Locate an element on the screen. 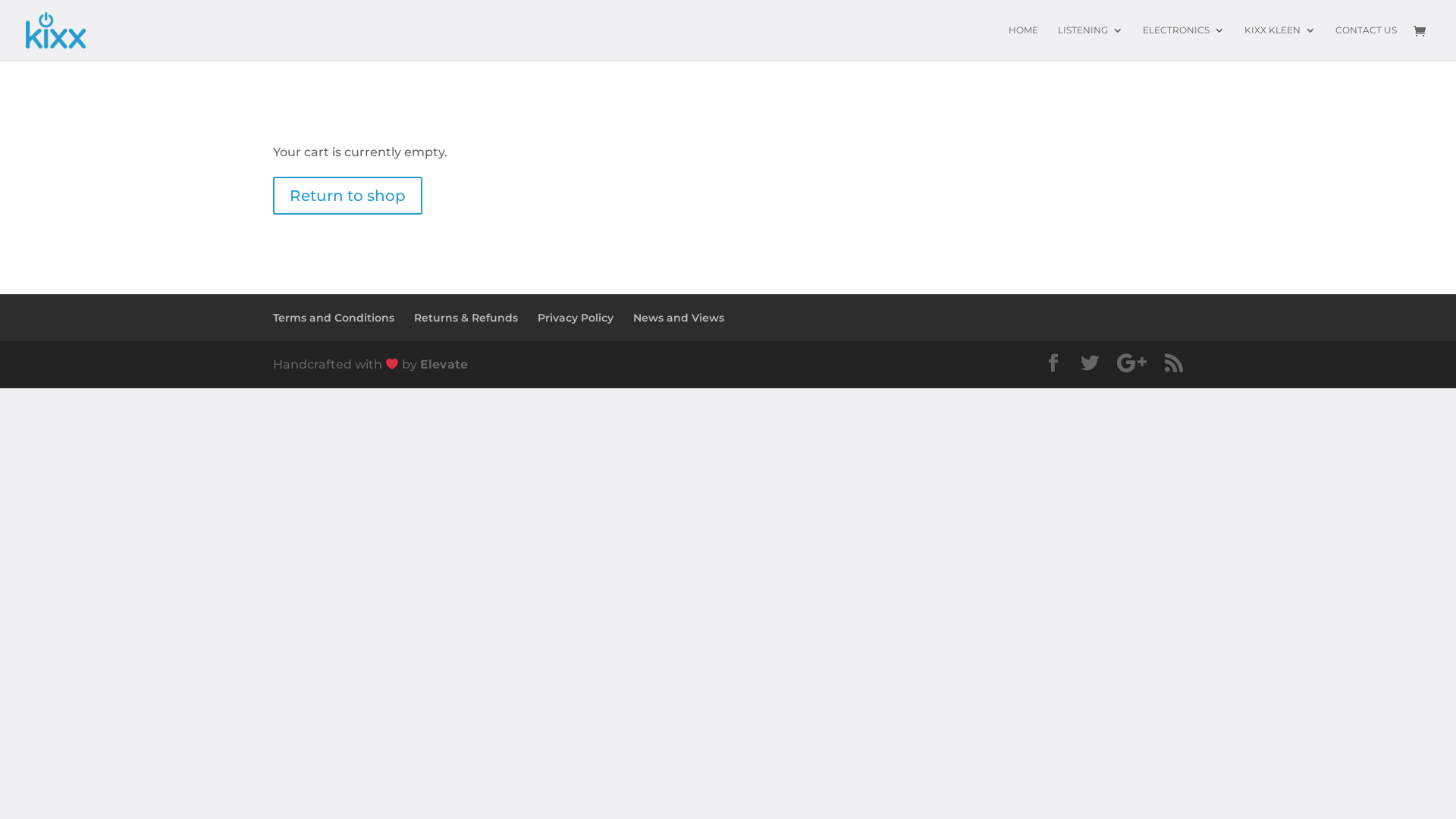  'LISTENING' is located at coordinates (1090, 42).